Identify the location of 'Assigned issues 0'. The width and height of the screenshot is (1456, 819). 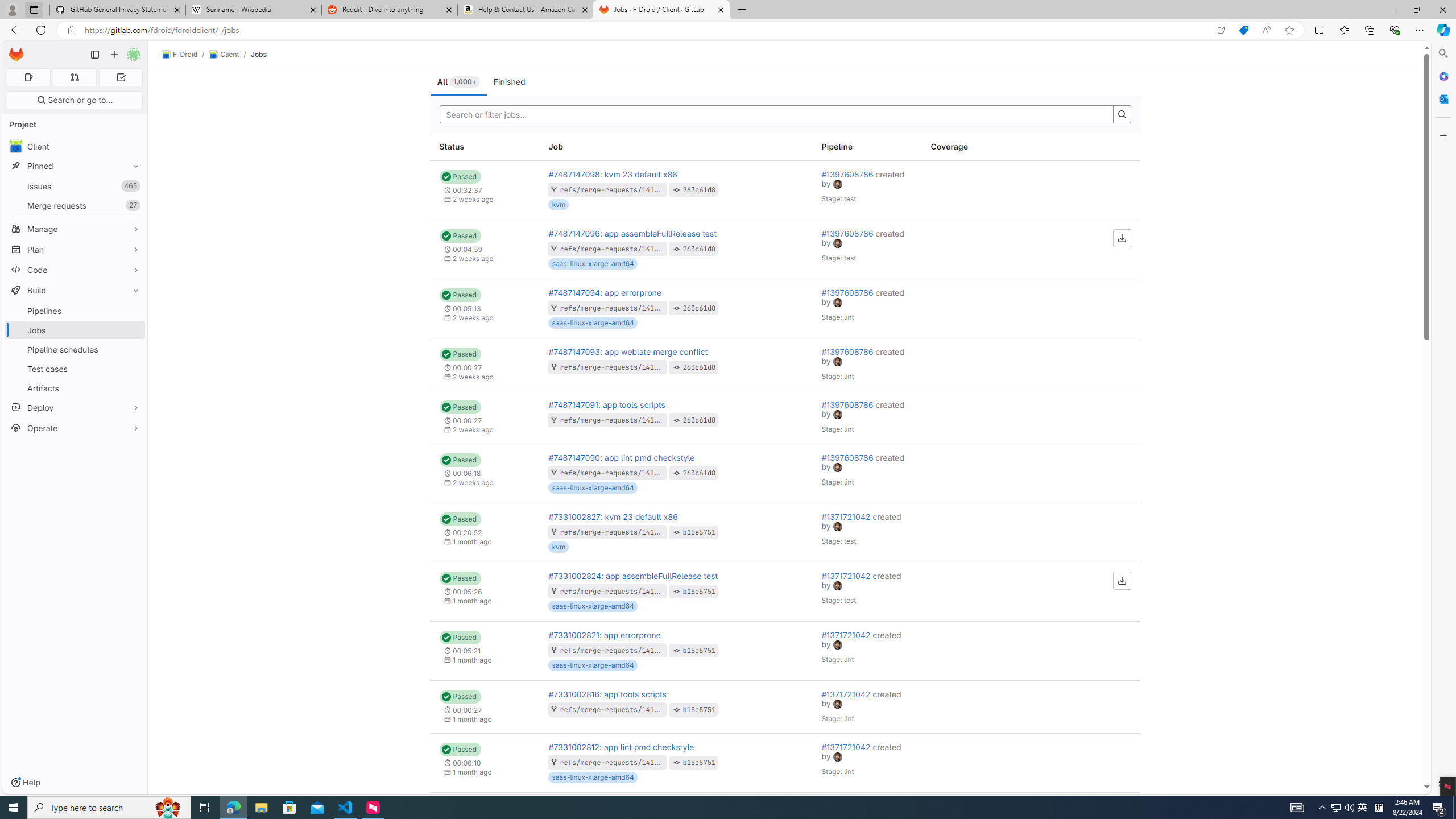
(28, 77).